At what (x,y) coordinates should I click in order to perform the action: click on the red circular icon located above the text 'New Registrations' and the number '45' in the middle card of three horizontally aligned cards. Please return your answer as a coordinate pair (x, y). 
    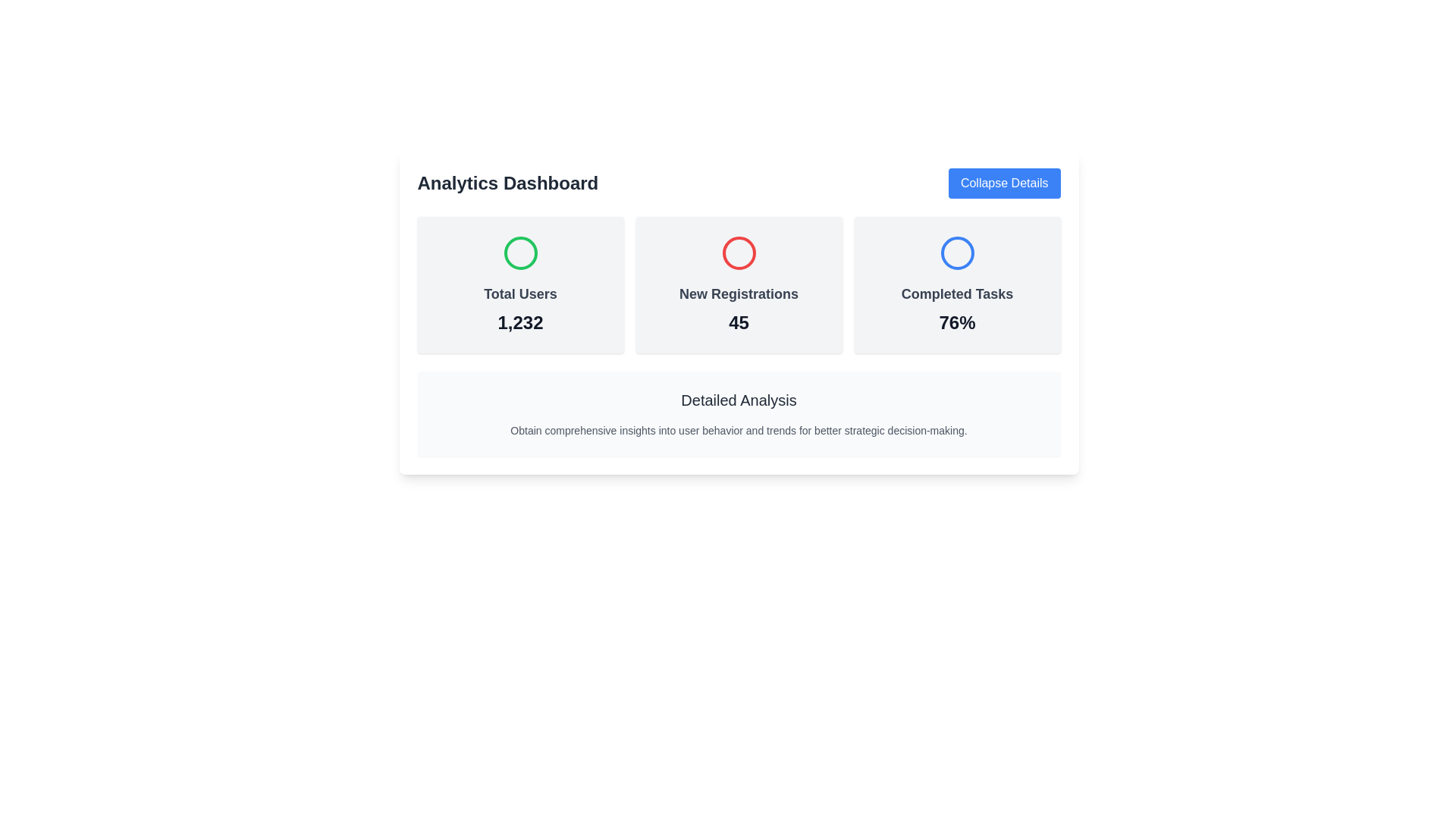
    Looking at the image, I should click on (739, 253).